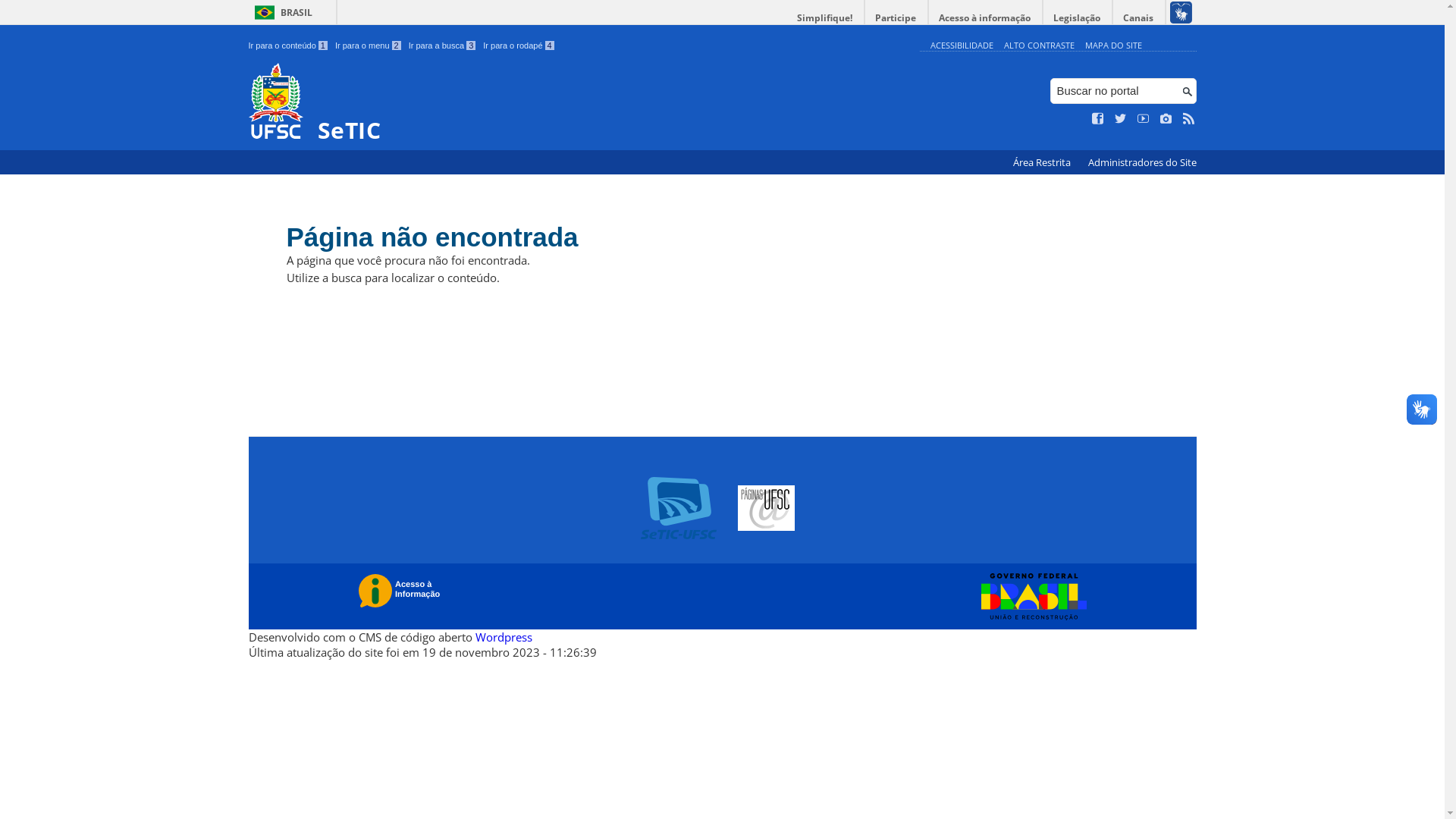 Image resolution: width=1456 pixels, height=819 pixels. What do you see at coordinates (441, 45) in the screenshot?
I see `'Ir para a busca 3'` at bounding box center [441, 45].